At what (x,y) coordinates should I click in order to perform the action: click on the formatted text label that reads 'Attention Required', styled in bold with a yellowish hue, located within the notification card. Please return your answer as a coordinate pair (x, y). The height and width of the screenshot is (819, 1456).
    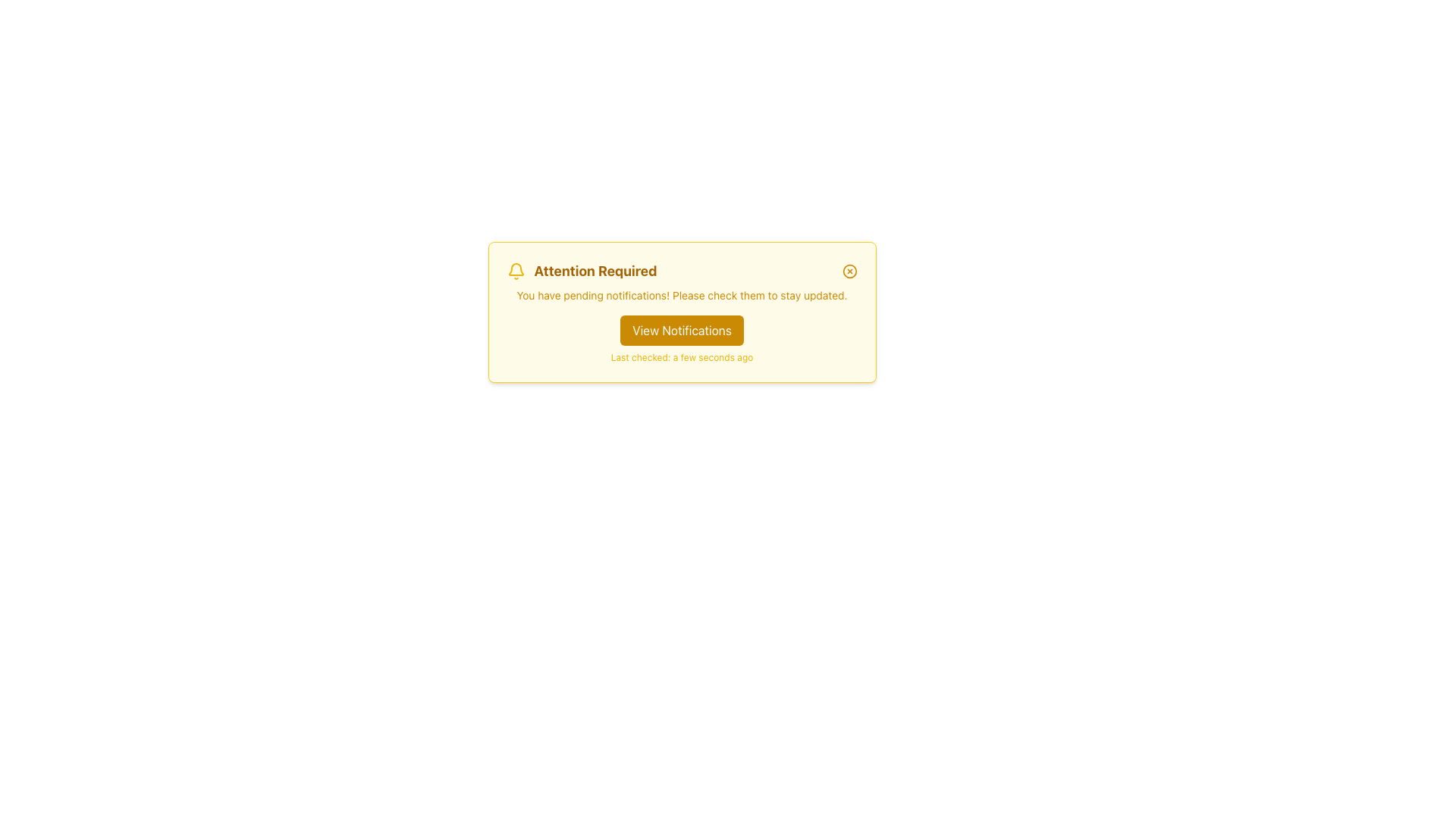
    Looking at the image, I should click on (595, 271).